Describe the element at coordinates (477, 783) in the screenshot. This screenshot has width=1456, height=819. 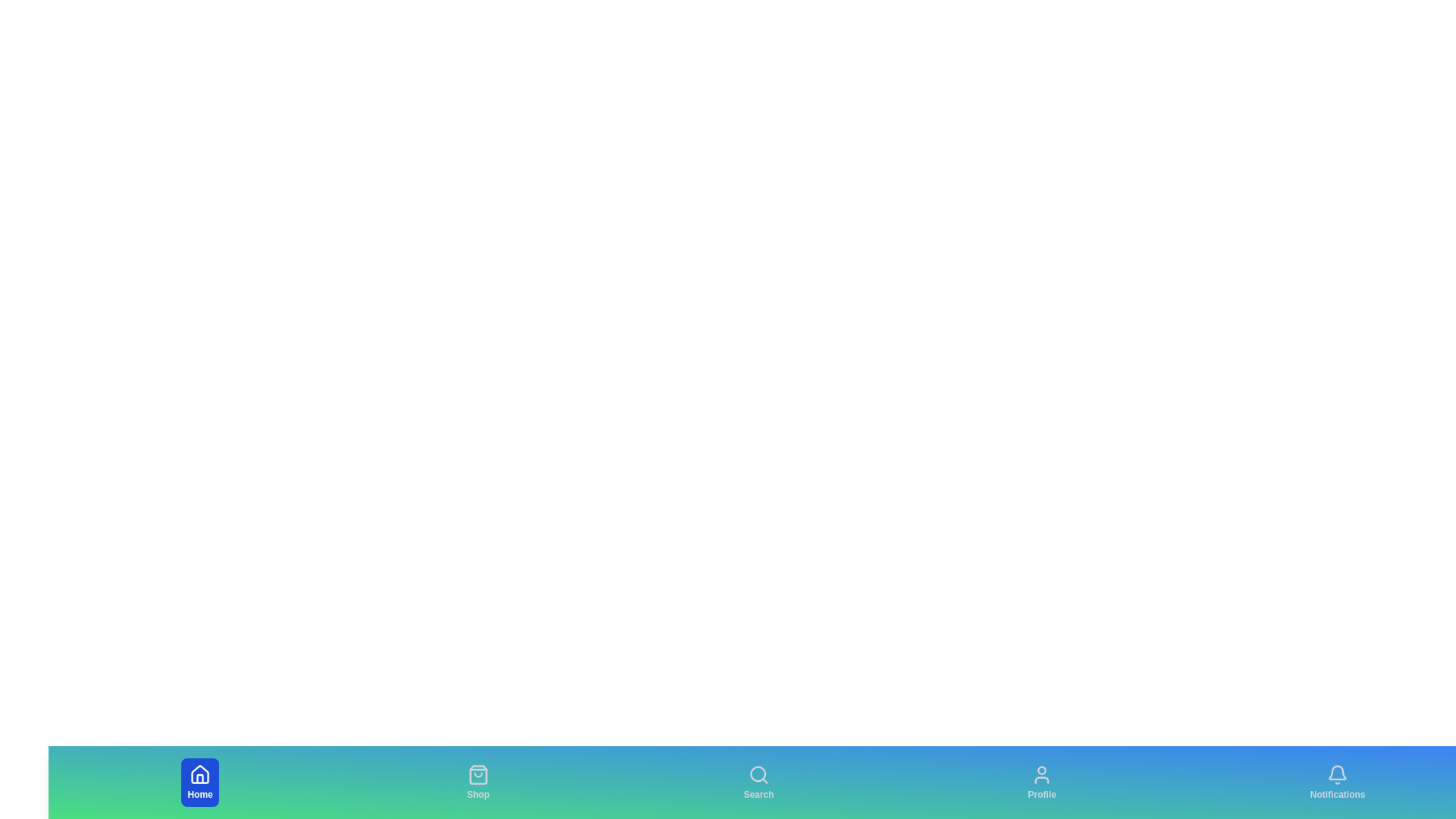
I see `the Shop tab to view its hover effects` at that location.